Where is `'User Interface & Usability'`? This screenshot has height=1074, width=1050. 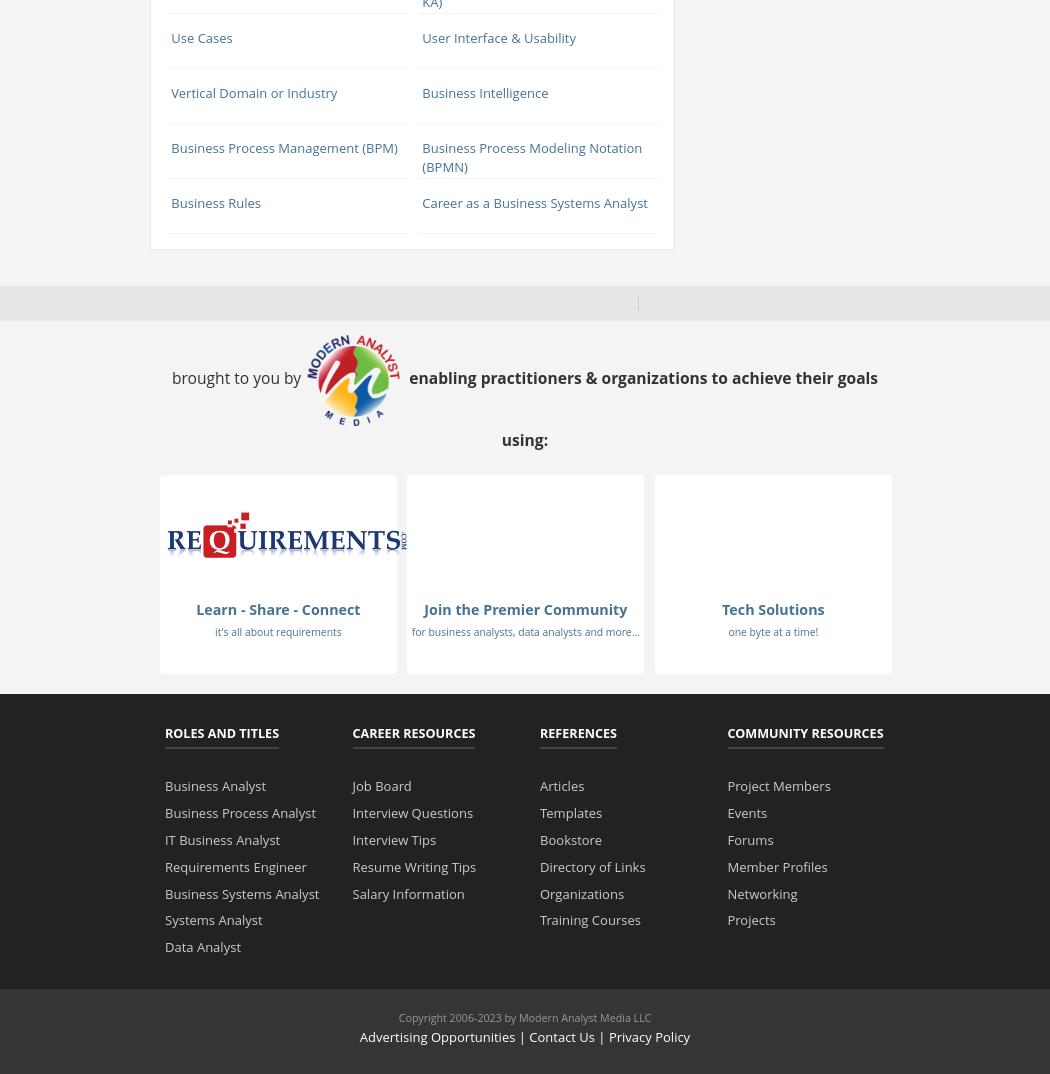
'User Interface & Usability' is located at coordinates (497, 36).